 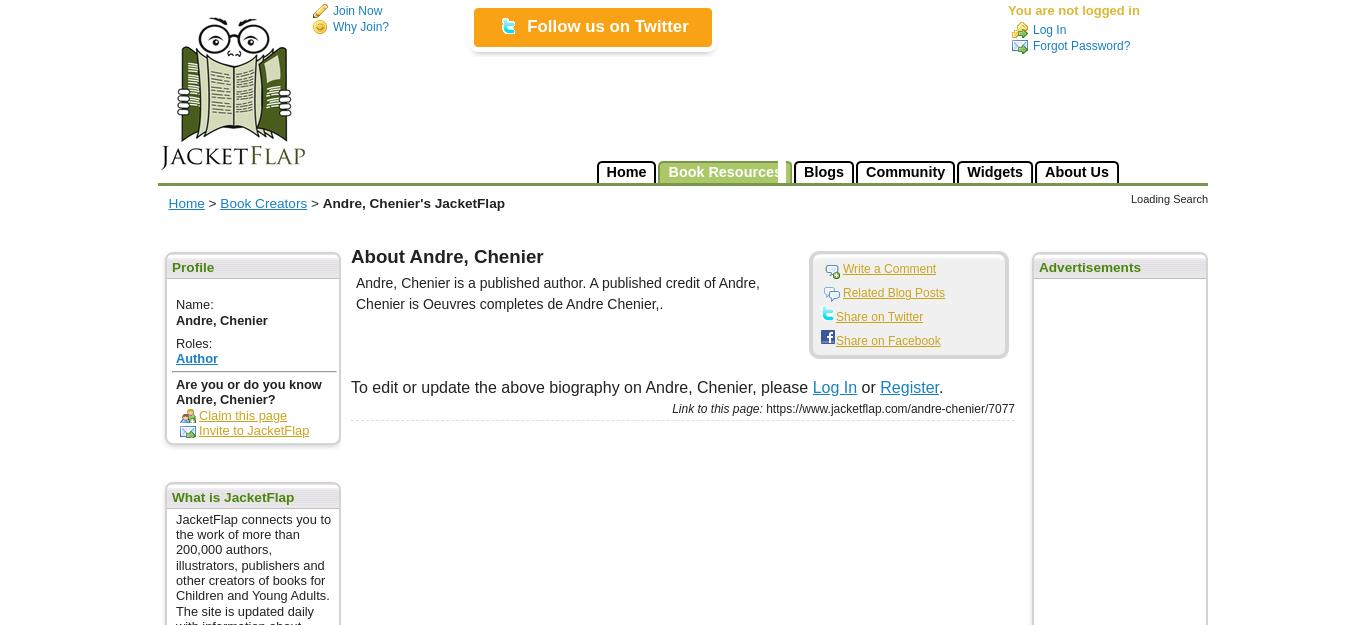 What do you see at coordinates (248, 391) in the screenshot?
I see `'Are you or do you know Andre, Chenier?'` at bounding box center [248, 391].